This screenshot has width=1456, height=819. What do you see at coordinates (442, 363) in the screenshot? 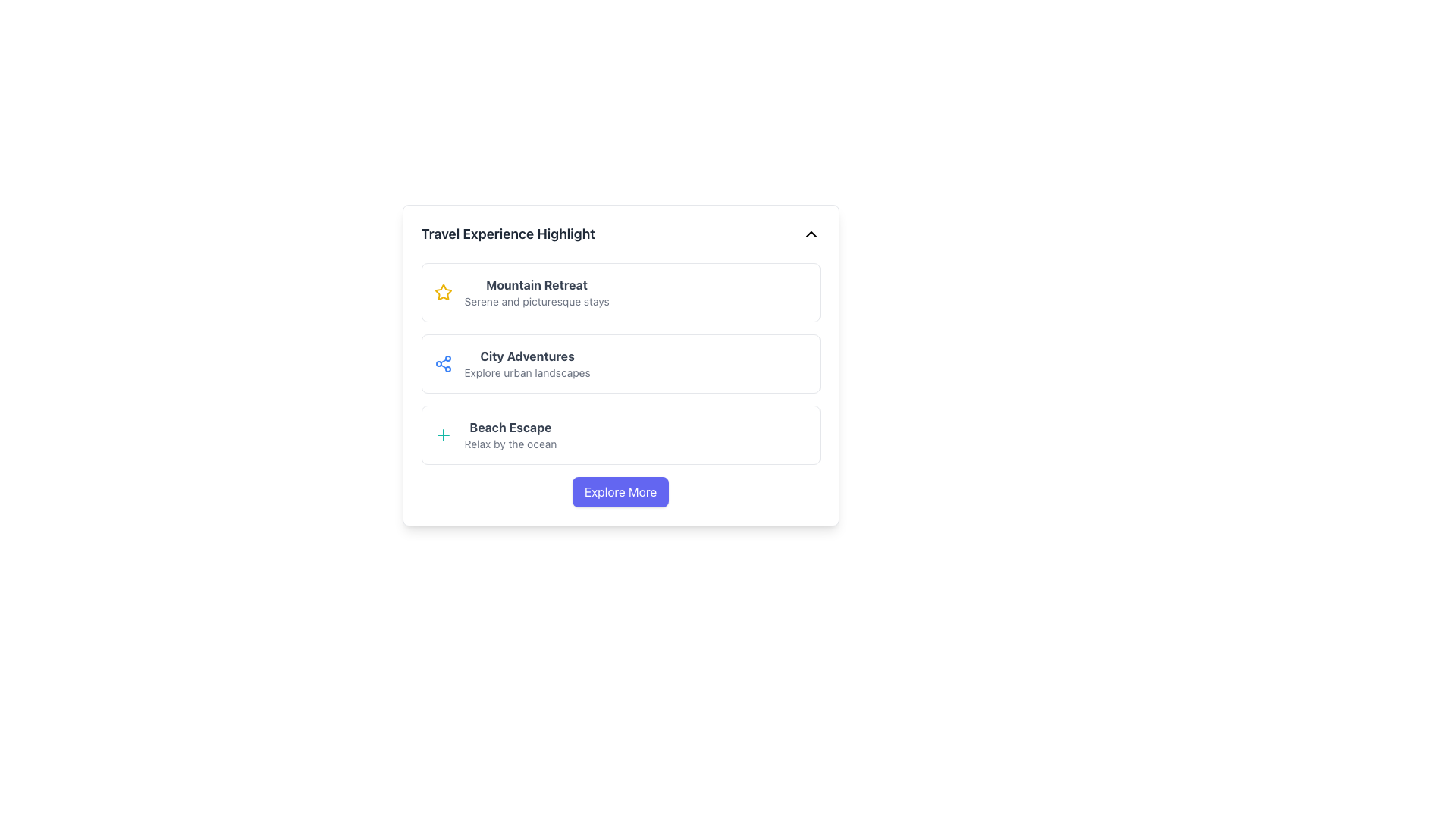
I see `the share icon located in the top-left corner of the 'City Adventures' card` at bounding box center [442, 363].